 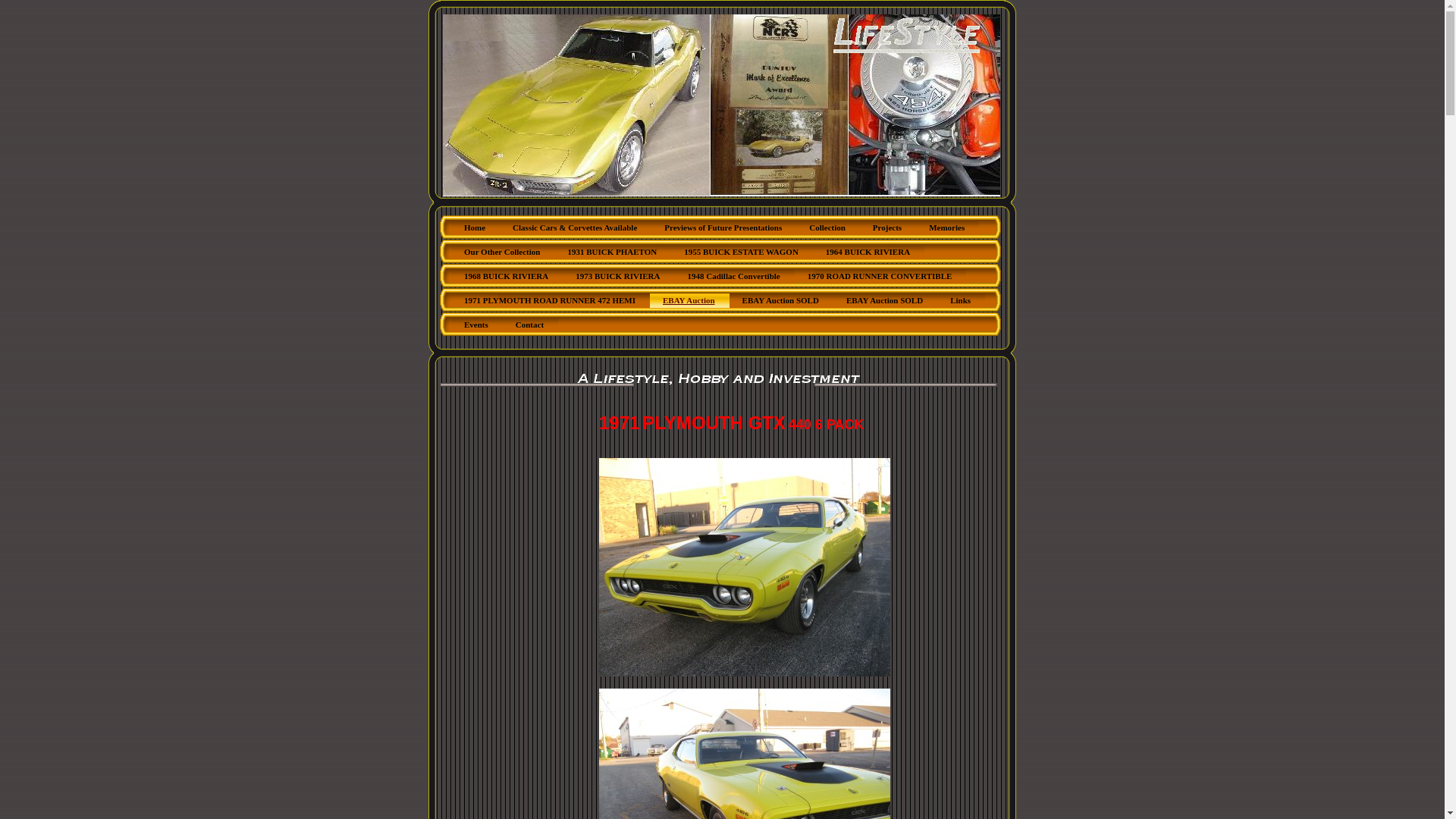 What do you see at coordinates (507, 277) in the screenshot?
I see `'1968 BUICK RIVIERA'` at bounding box center [507, 277].